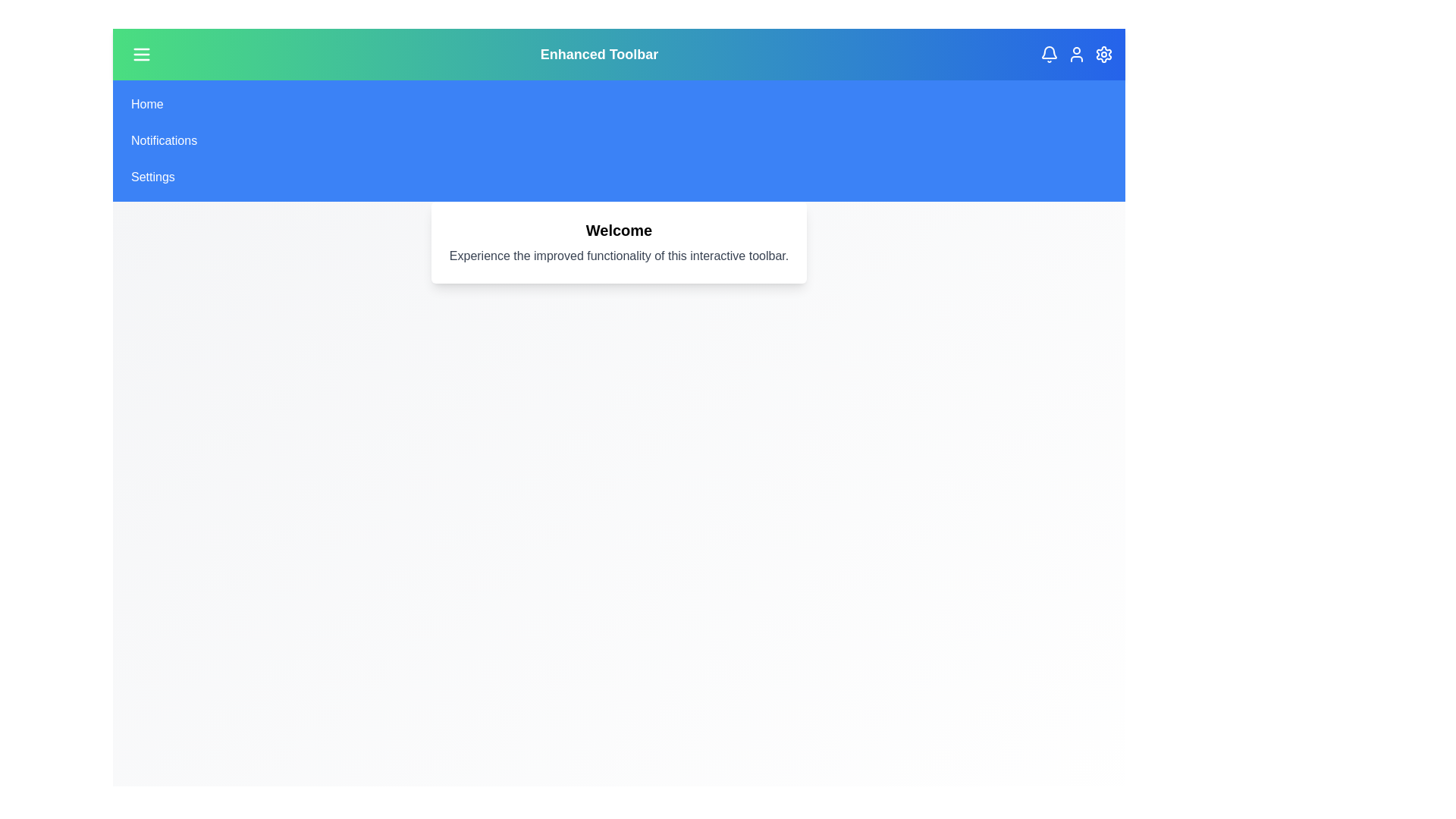  Describe the element at coordinates (1048, 54) in the screenshot. I see `the interactive element bell_icon` at that location.